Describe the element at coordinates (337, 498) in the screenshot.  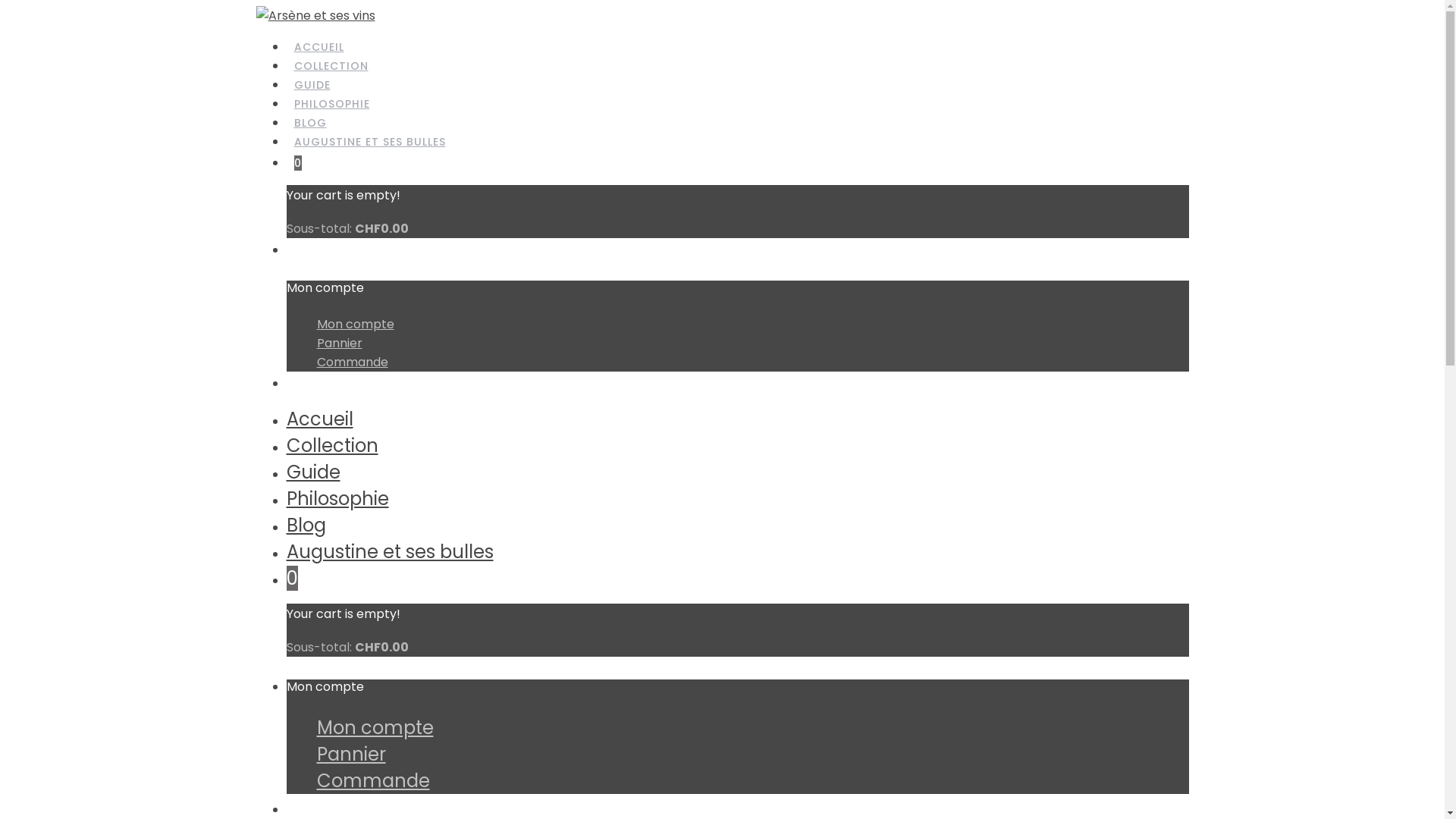
I see `'Philosophie'` at that location.